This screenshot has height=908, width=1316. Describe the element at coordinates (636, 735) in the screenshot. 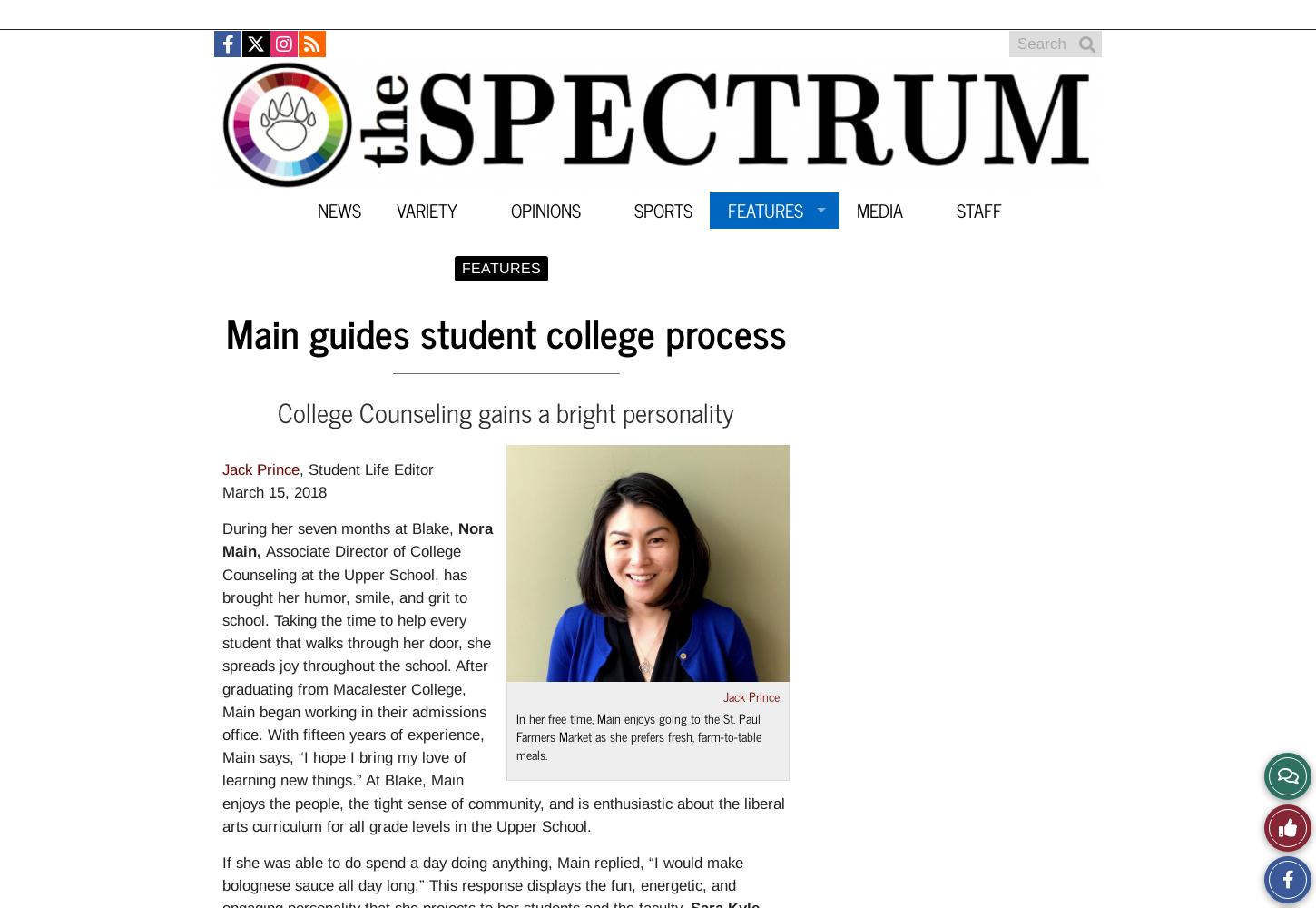

I see `'In her free time, Main enjoys going to the St. Paul Farmers Market as she prefers fresh, farm-to-table meals.'` at that location.